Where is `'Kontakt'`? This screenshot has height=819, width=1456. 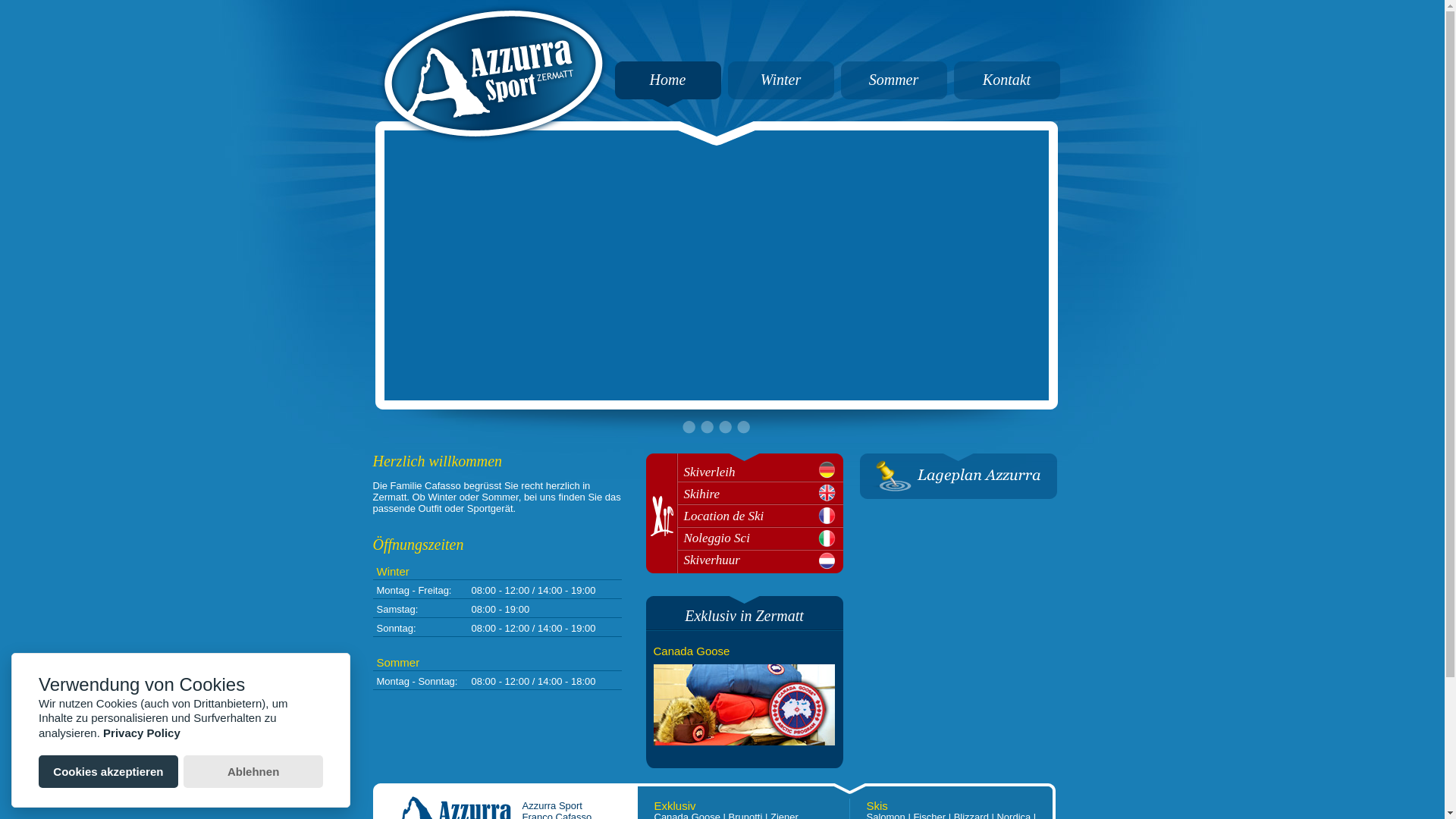
'Kontakt' is located at coordinates (1007, 93).